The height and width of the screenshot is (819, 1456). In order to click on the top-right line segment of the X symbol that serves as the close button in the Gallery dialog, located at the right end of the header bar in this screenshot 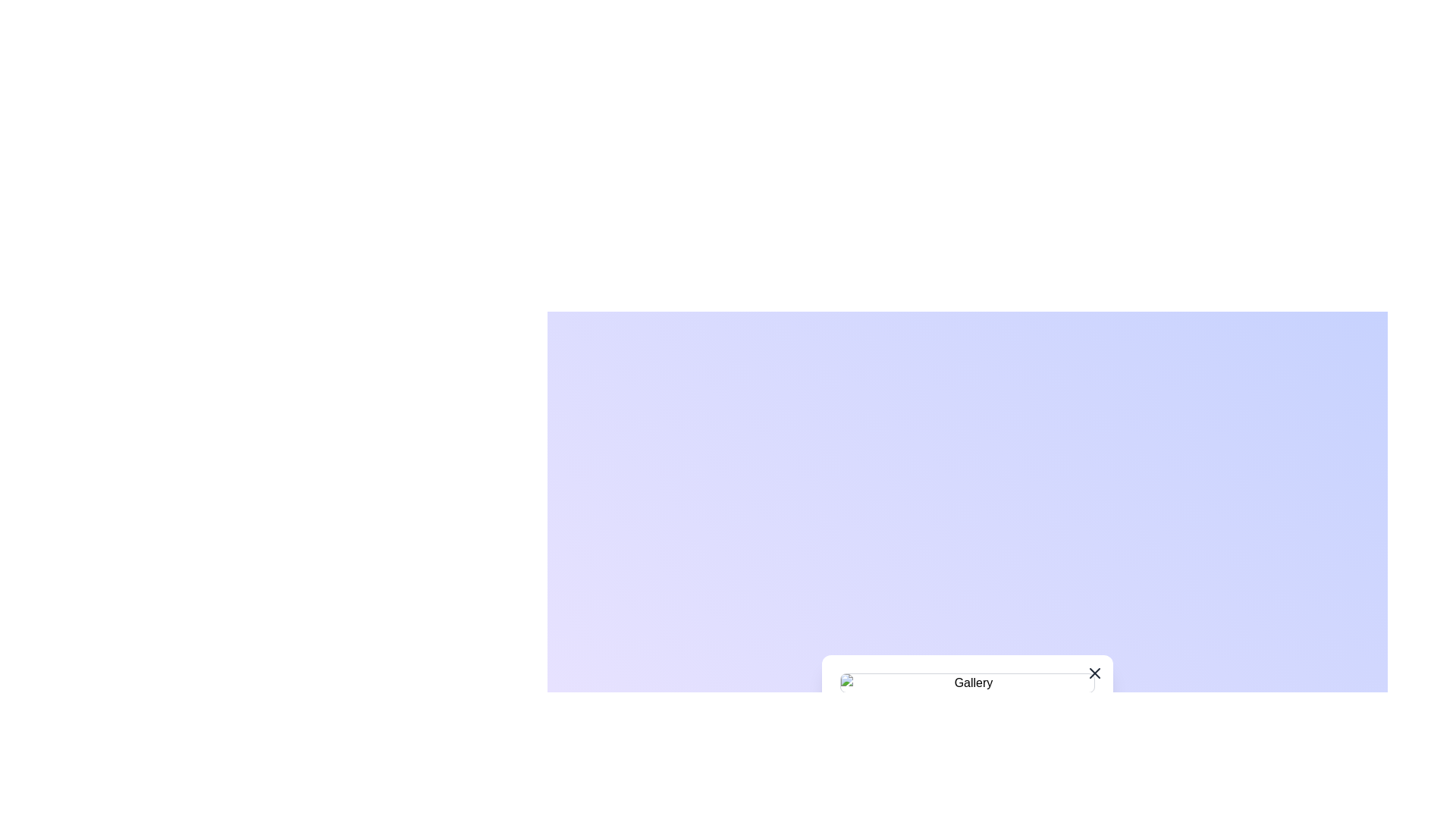, I will do `click(1095, 672)`.